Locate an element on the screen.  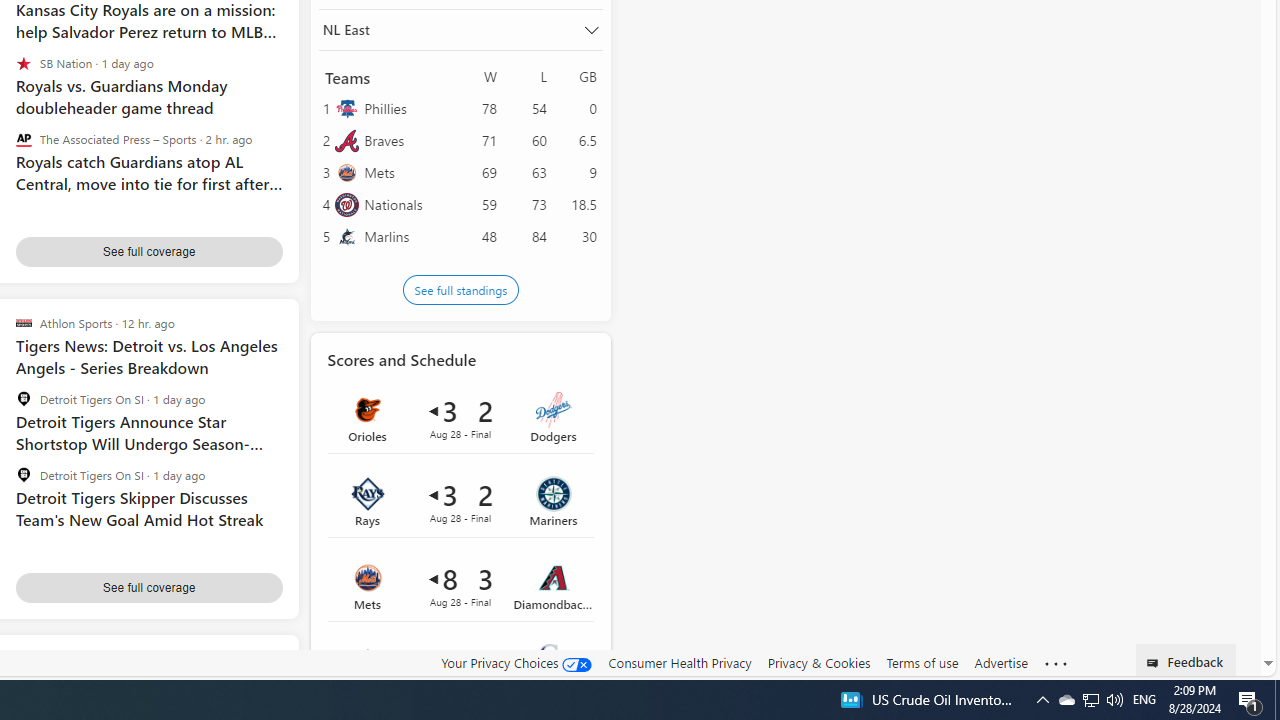
'Your Privacy Choices' is located at coordinates (517, 662).